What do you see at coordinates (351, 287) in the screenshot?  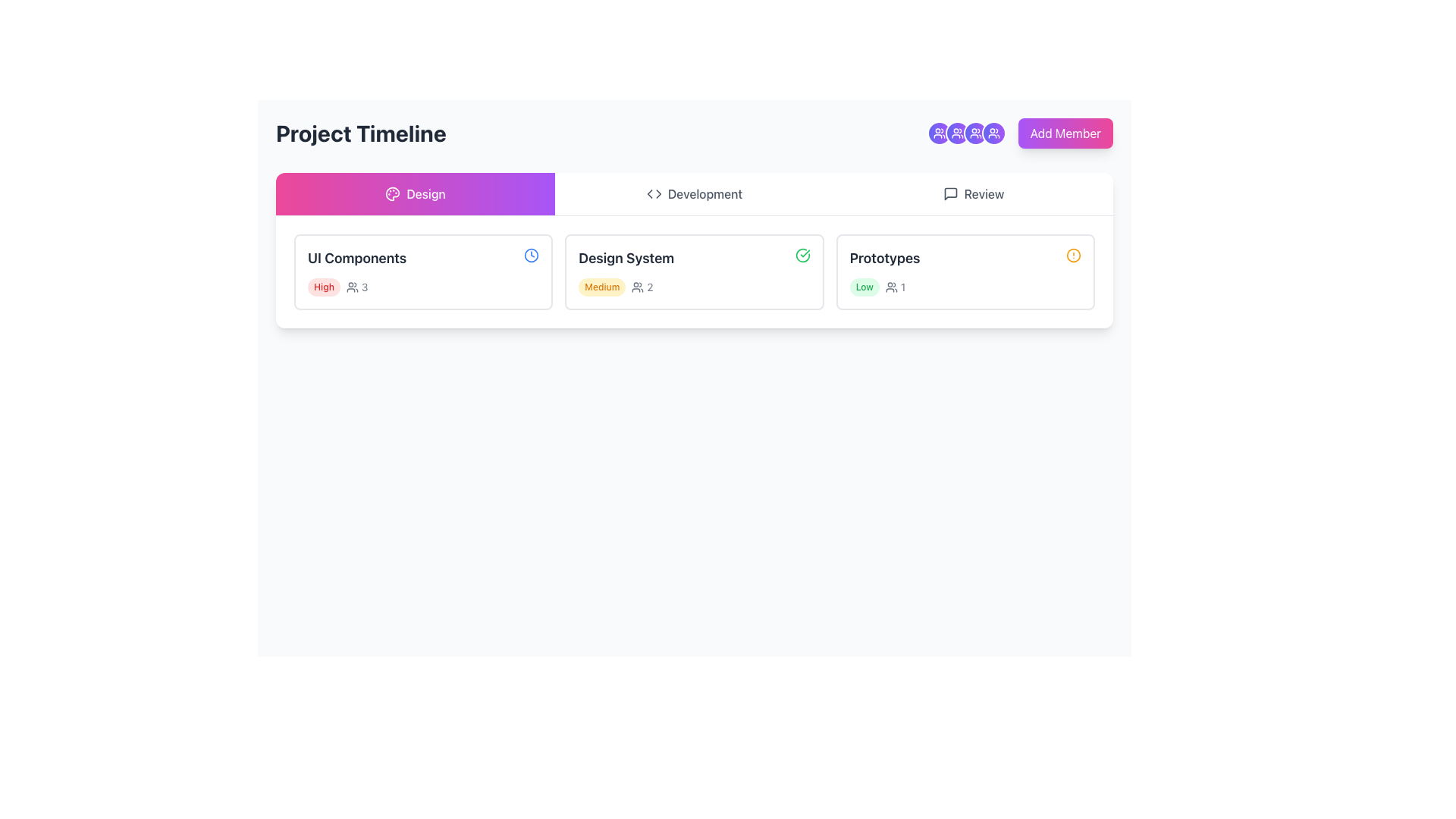 I see `the small icon representing a group of people, which is located to the right of the 'High' label and directly before the numerical value '3' in the 'UI Components' card` at bounding box center [351, 287].